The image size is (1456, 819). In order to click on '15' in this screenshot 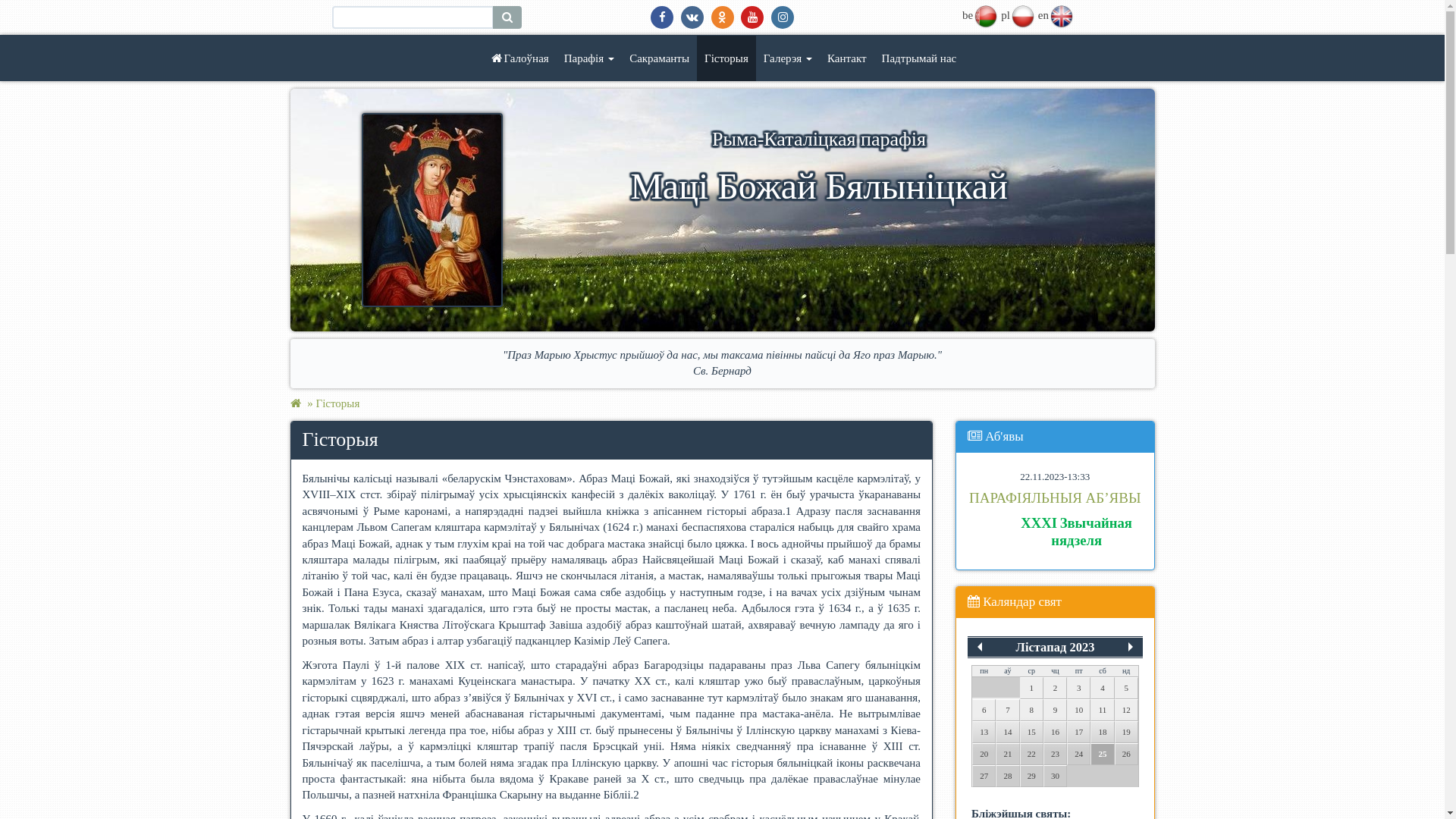, I will do `click(1031, 731)`.